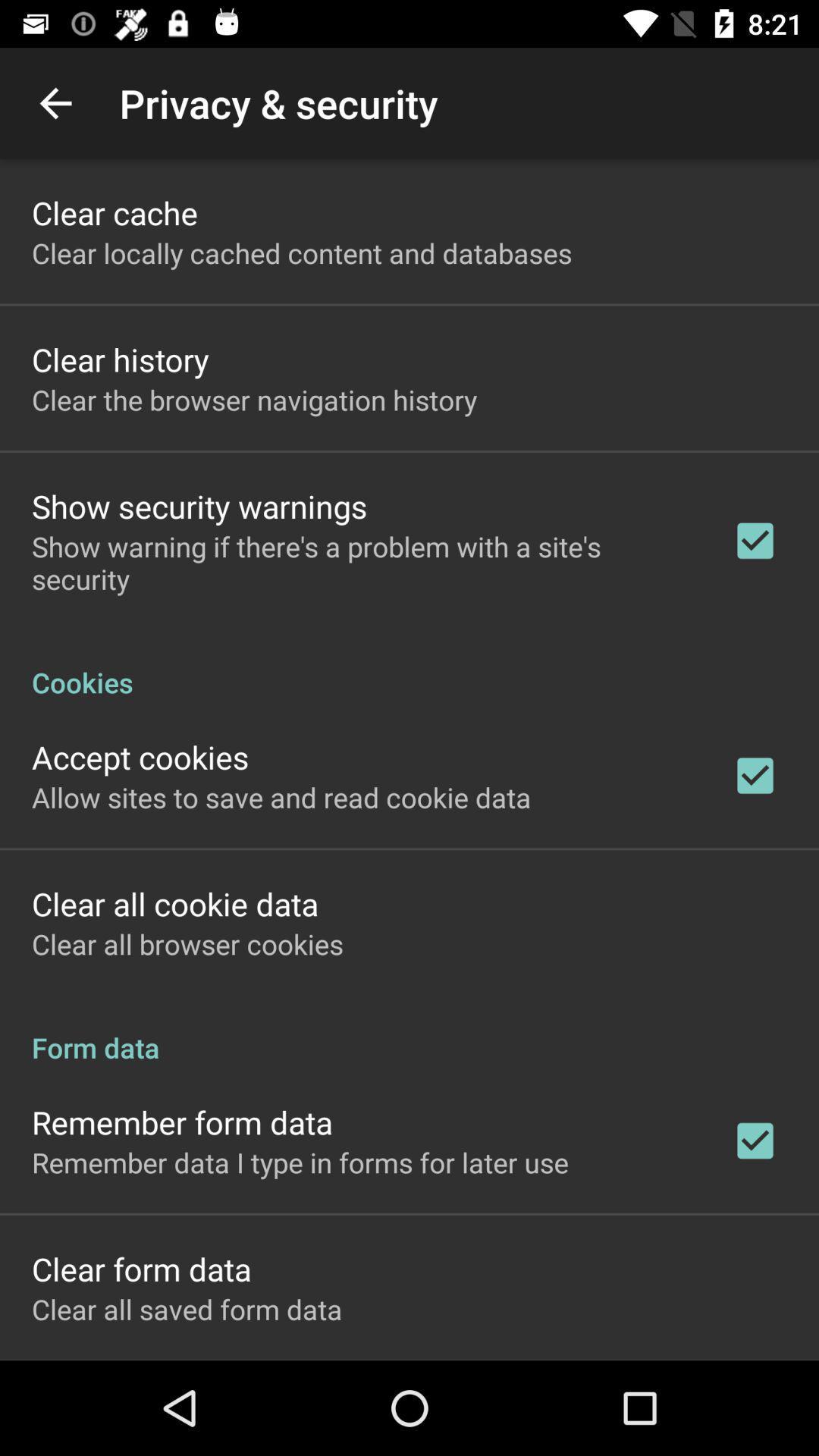  What do you see at coordinates (281, 796) in the screenshot?
I see `the icon above clear all cookie icon` at bounding box center [281, 796].